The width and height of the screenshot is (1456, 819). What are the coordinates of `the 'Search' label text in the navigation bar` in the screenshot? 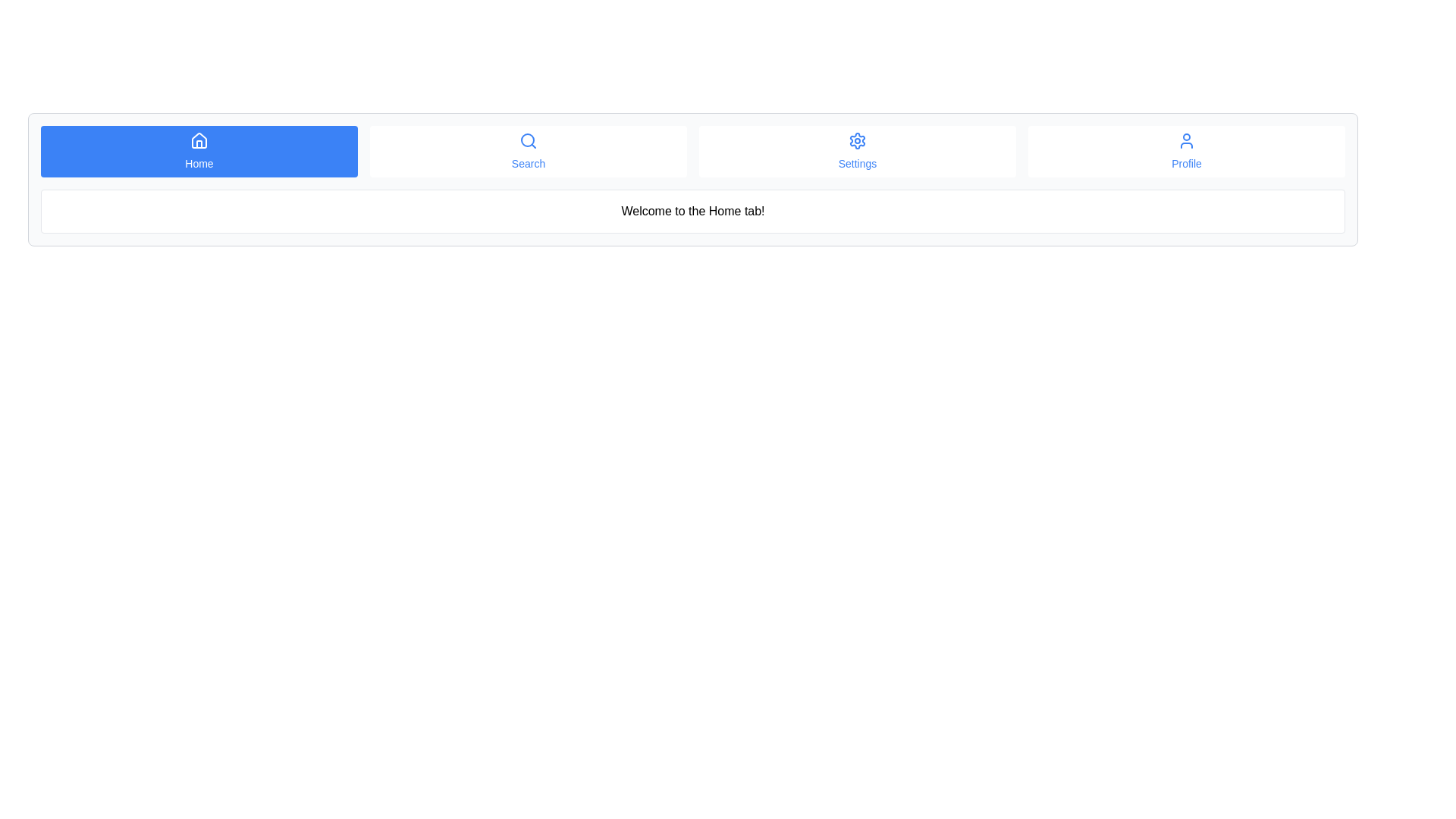 It's located at (528, 164).